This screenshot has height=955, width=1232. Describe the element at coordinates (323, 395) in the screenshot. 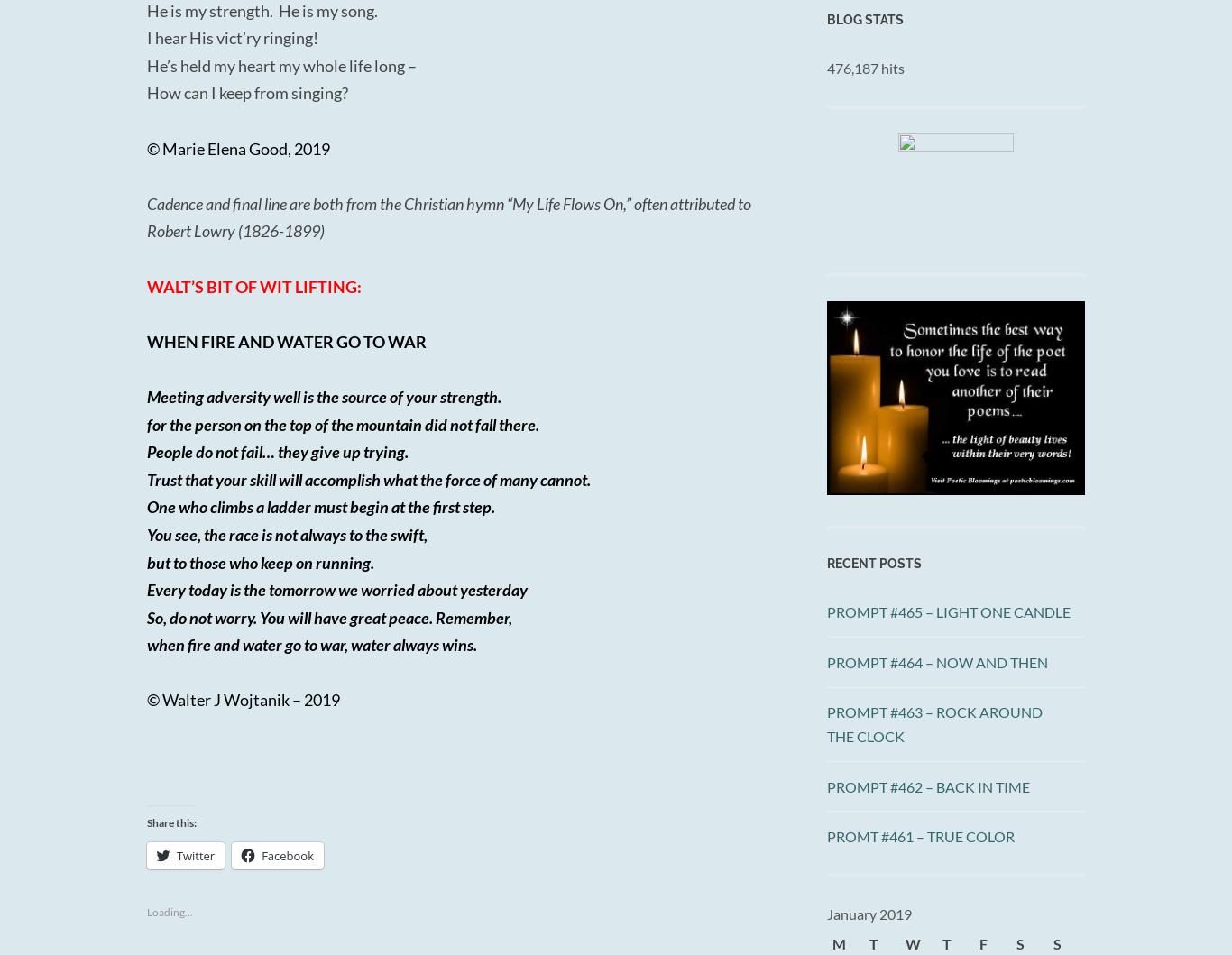

I see `'Meeting adversity well is the source of your strength.'` at that location.